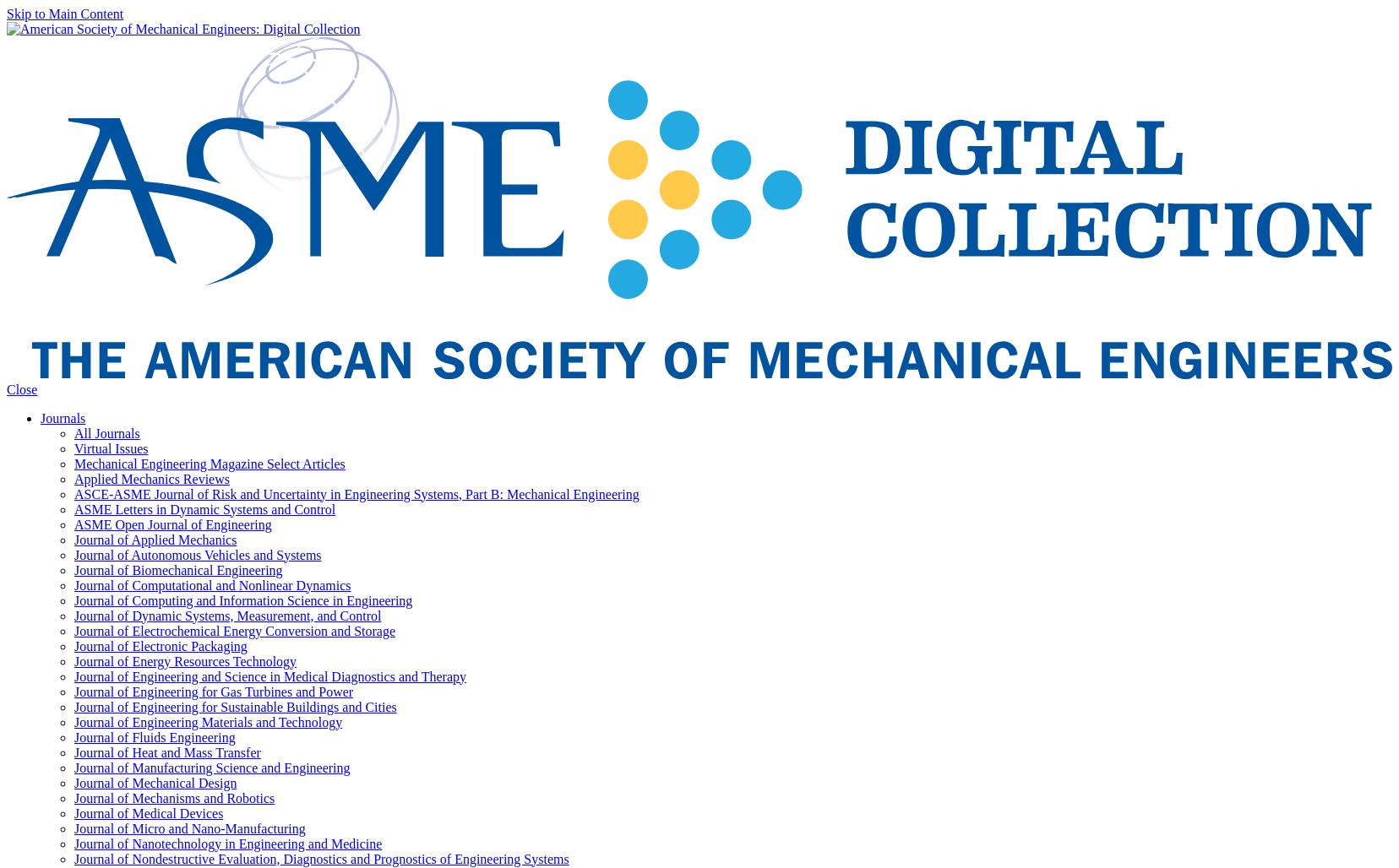 The width and height of the screenshot is (1399, 868). Describe the element at coordinates (235, 629) in the screenshot. I see `'Journal of Electrochemical Energy Conversion and Storage'` at that location.